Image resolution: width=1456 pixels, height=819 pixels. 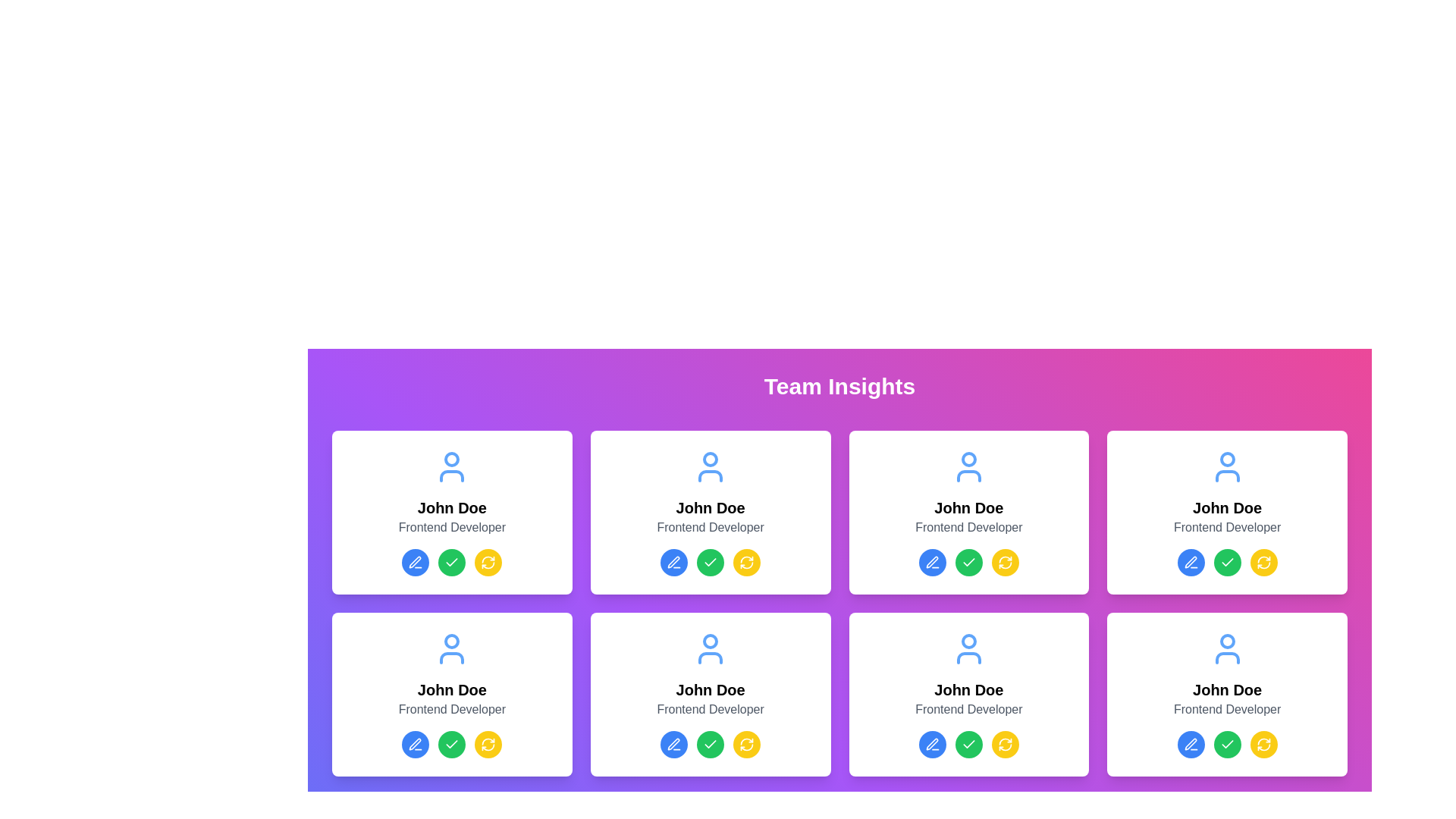 I want to click on the user profile icon, specifically the arc defining the shoulders below the head, located in the top center of the card in the first row and first column of the grid layout, so click(x=451, y=475).